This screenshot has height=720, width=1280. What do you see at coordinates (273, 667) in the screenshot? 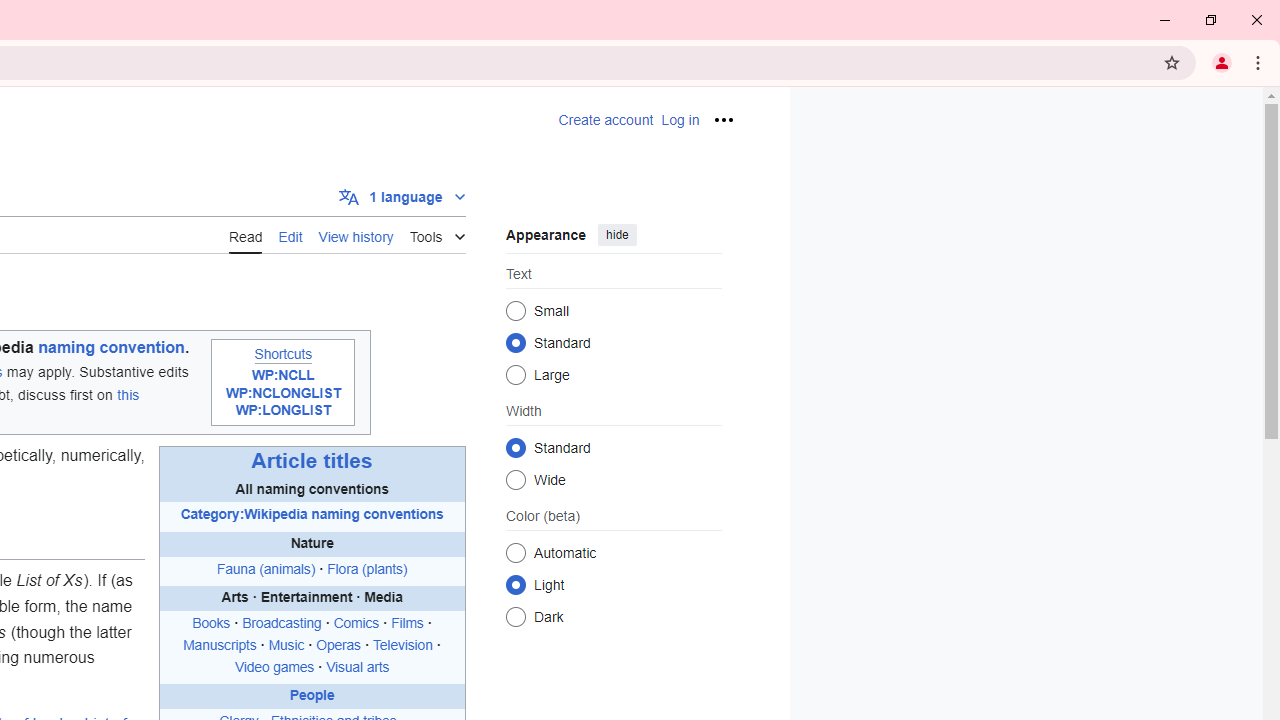
I see `'Video games'` at bounding box center [273, 667].